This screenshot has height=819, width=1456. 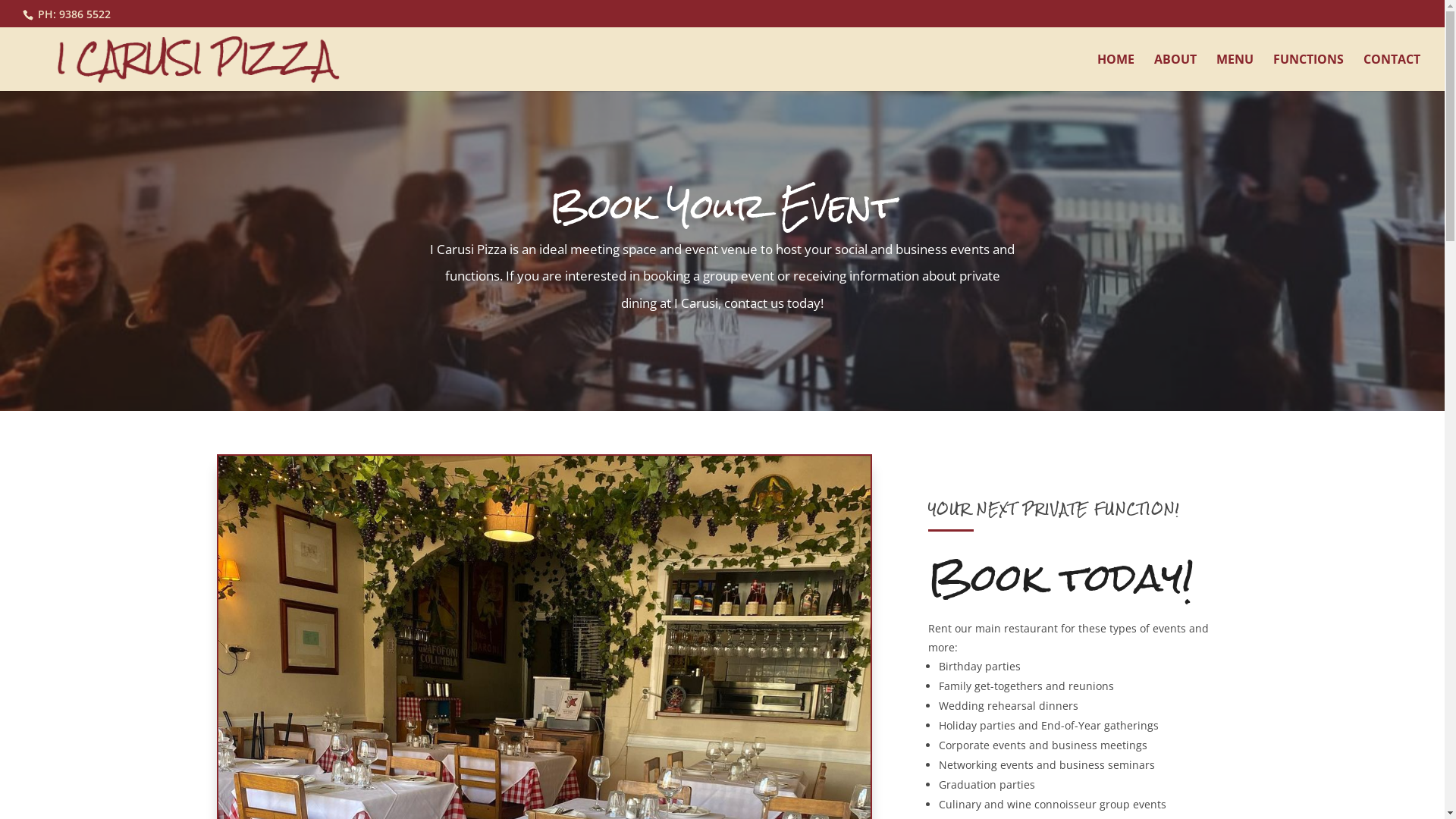 I want to click on 'CONTACT', so click(x=1392, y=72).